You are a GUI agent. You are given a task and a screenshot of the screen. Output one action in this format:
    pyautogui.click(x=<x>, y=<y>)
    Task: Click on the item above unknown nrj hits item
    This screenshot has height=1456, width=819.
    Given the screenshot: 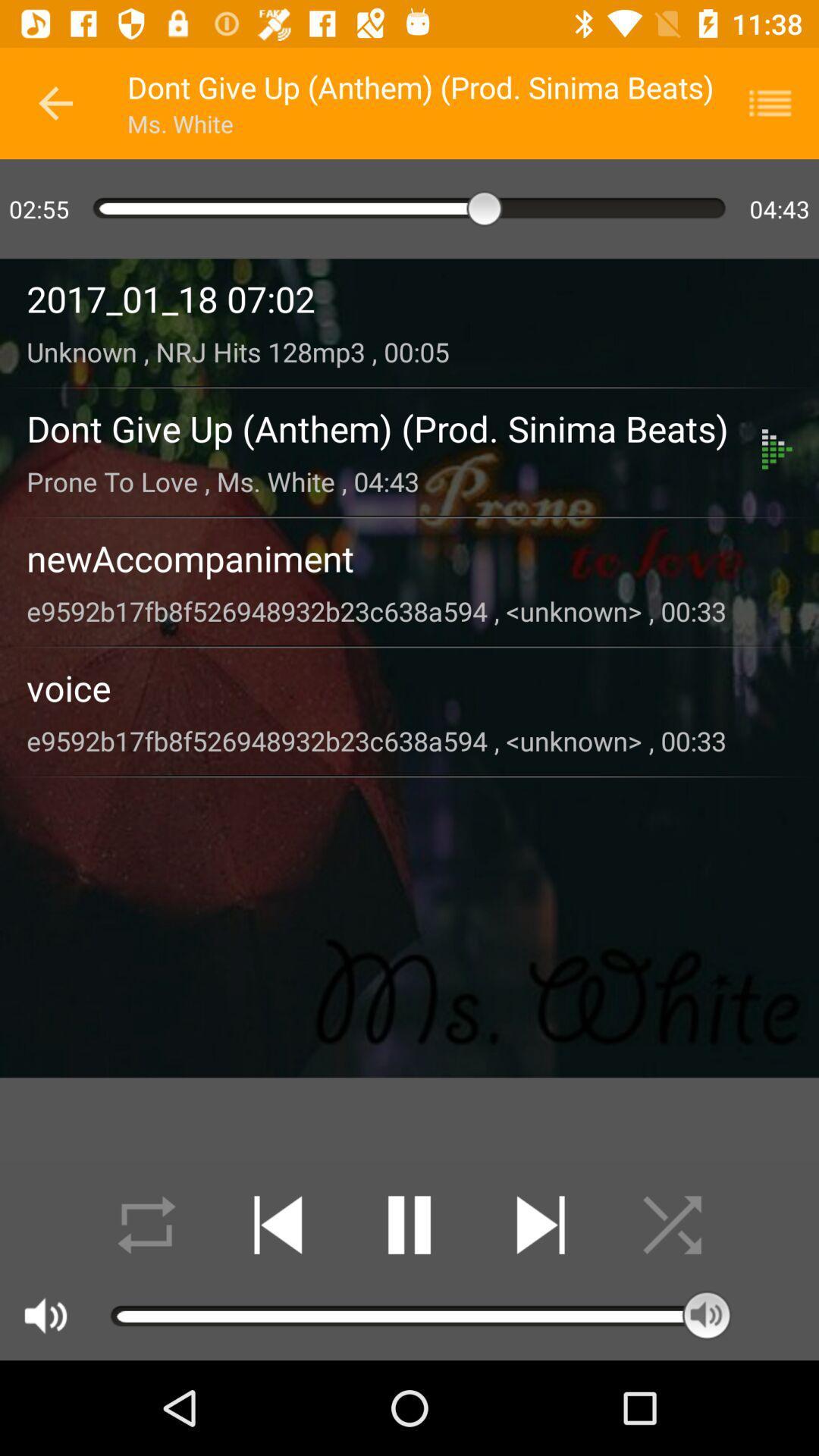 What is the action you would take?
    pyautogui.click(x=409, y=299)
    